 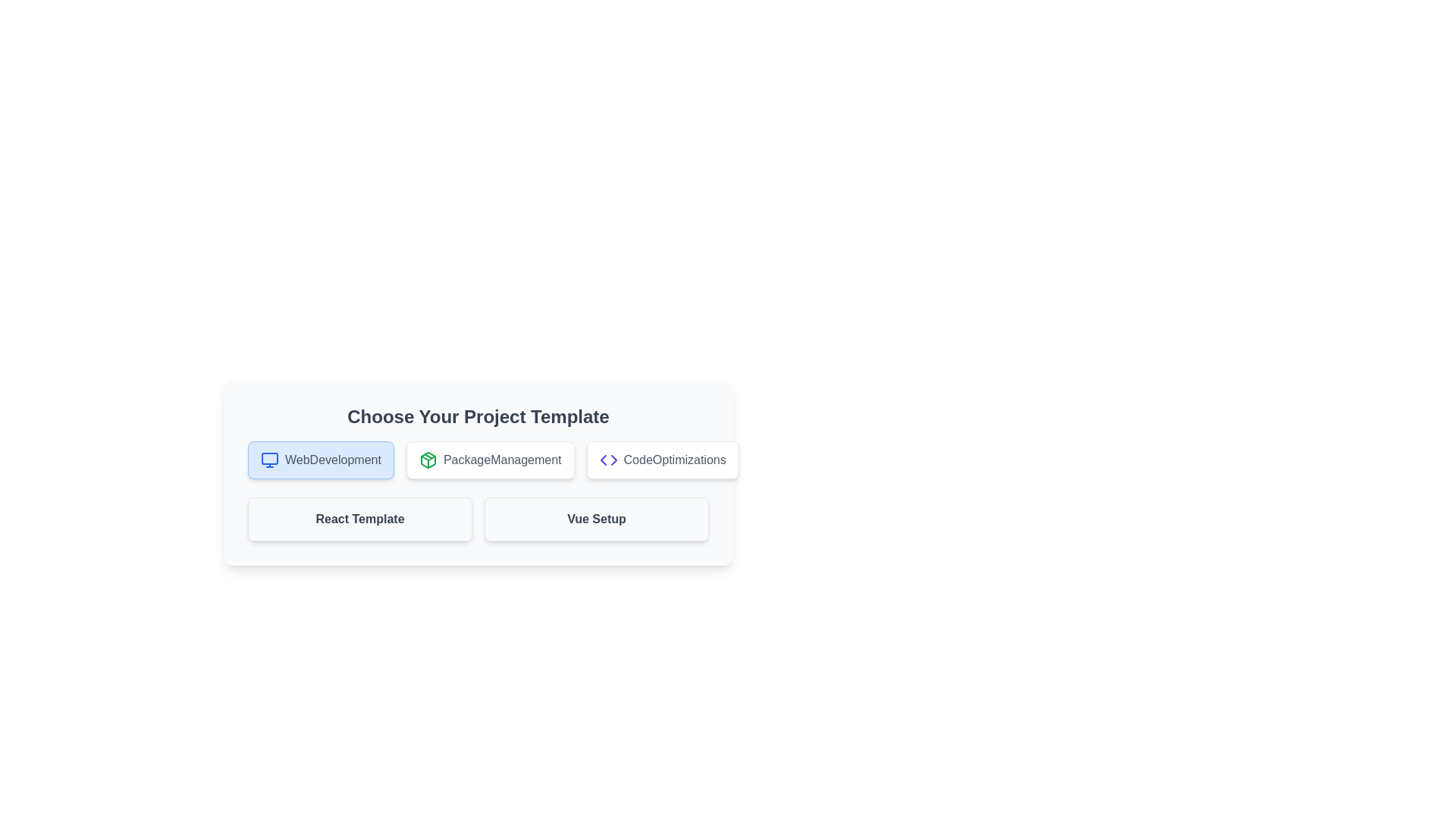 What do you see at coordinates (674, 459) in the screenshot?
I see `the text label for 'CodeOptimizations' located in the bottom row of the project template selection interface, specifically in the third column from the left` at bounding box center [674, 459].